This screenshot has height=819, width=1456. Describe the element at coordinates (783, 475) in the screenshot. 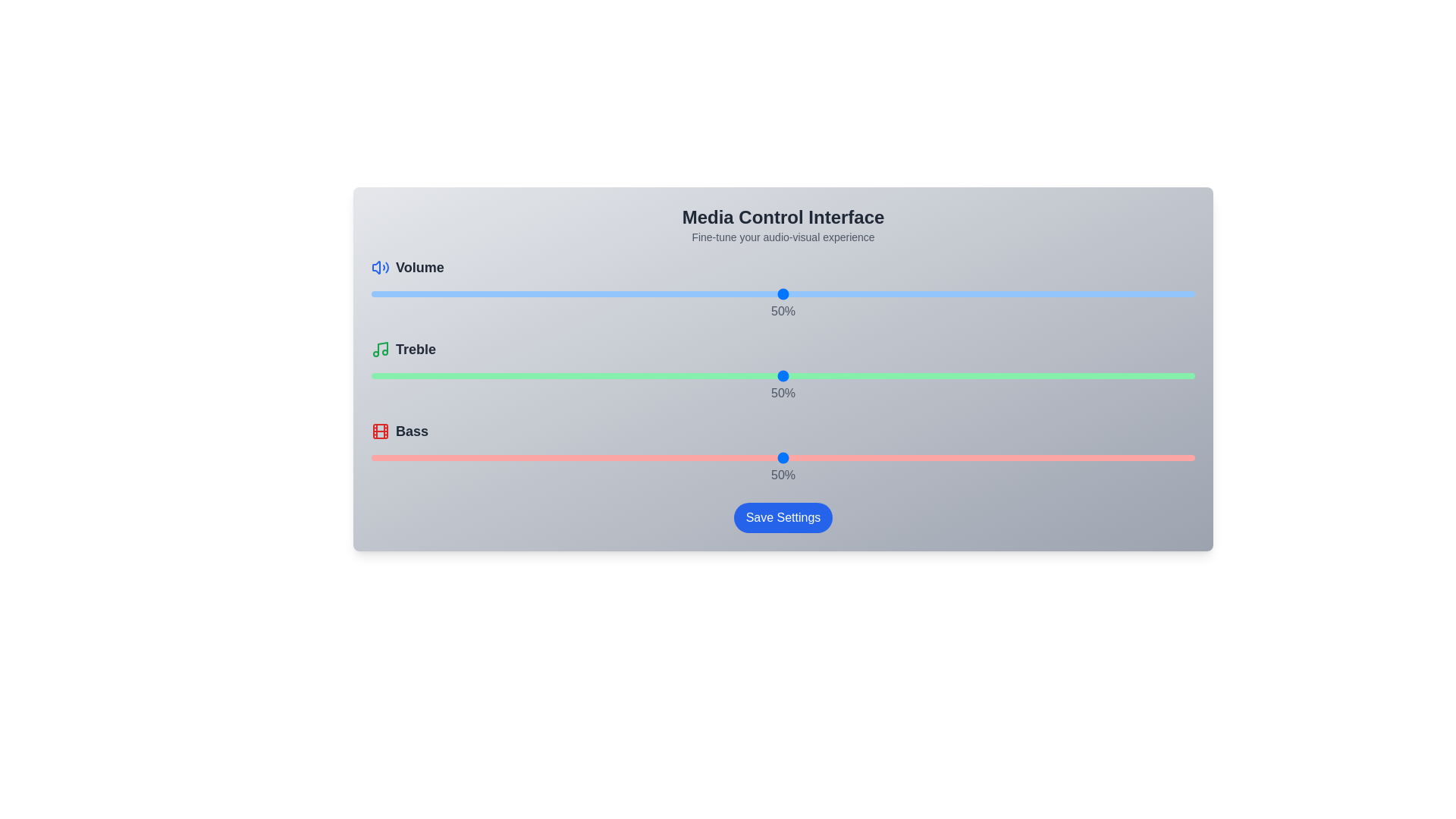

I see `the static label displaying '50%' for the Bass setting, which is located beneath the slider and above the 'Save Settings' button` at that location.